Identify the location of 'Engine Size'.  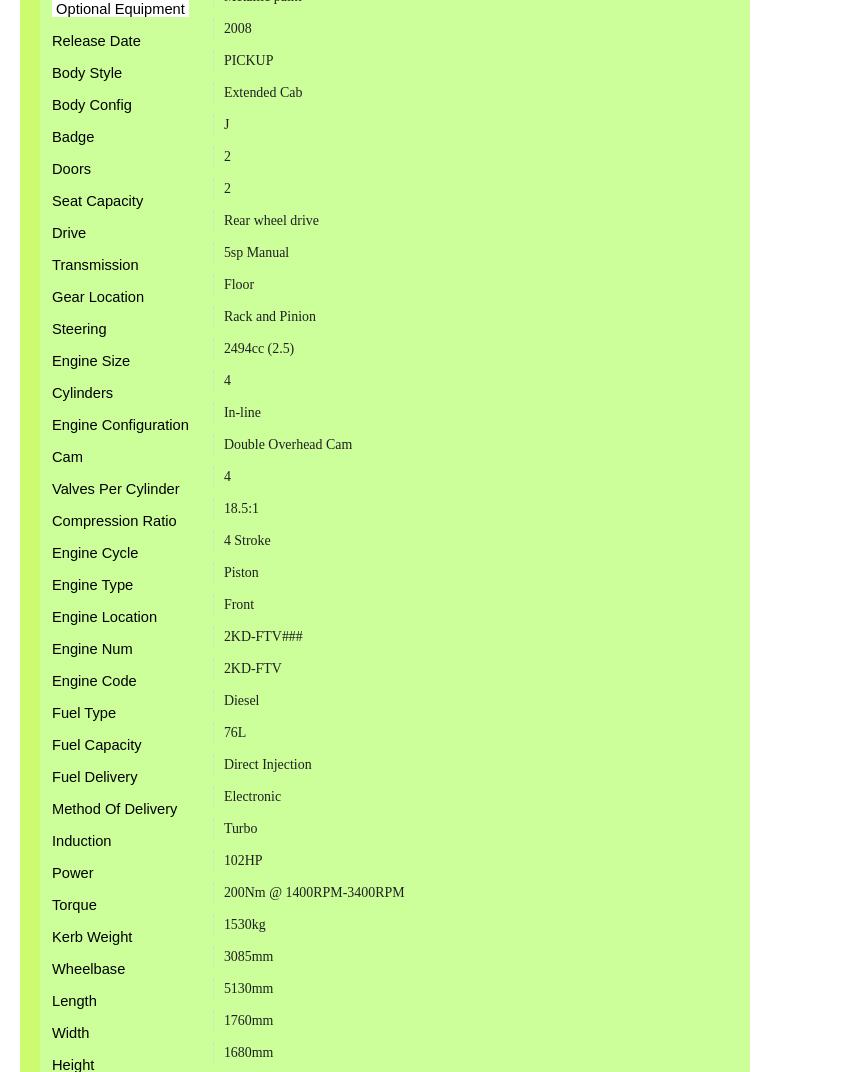
(91, 359).